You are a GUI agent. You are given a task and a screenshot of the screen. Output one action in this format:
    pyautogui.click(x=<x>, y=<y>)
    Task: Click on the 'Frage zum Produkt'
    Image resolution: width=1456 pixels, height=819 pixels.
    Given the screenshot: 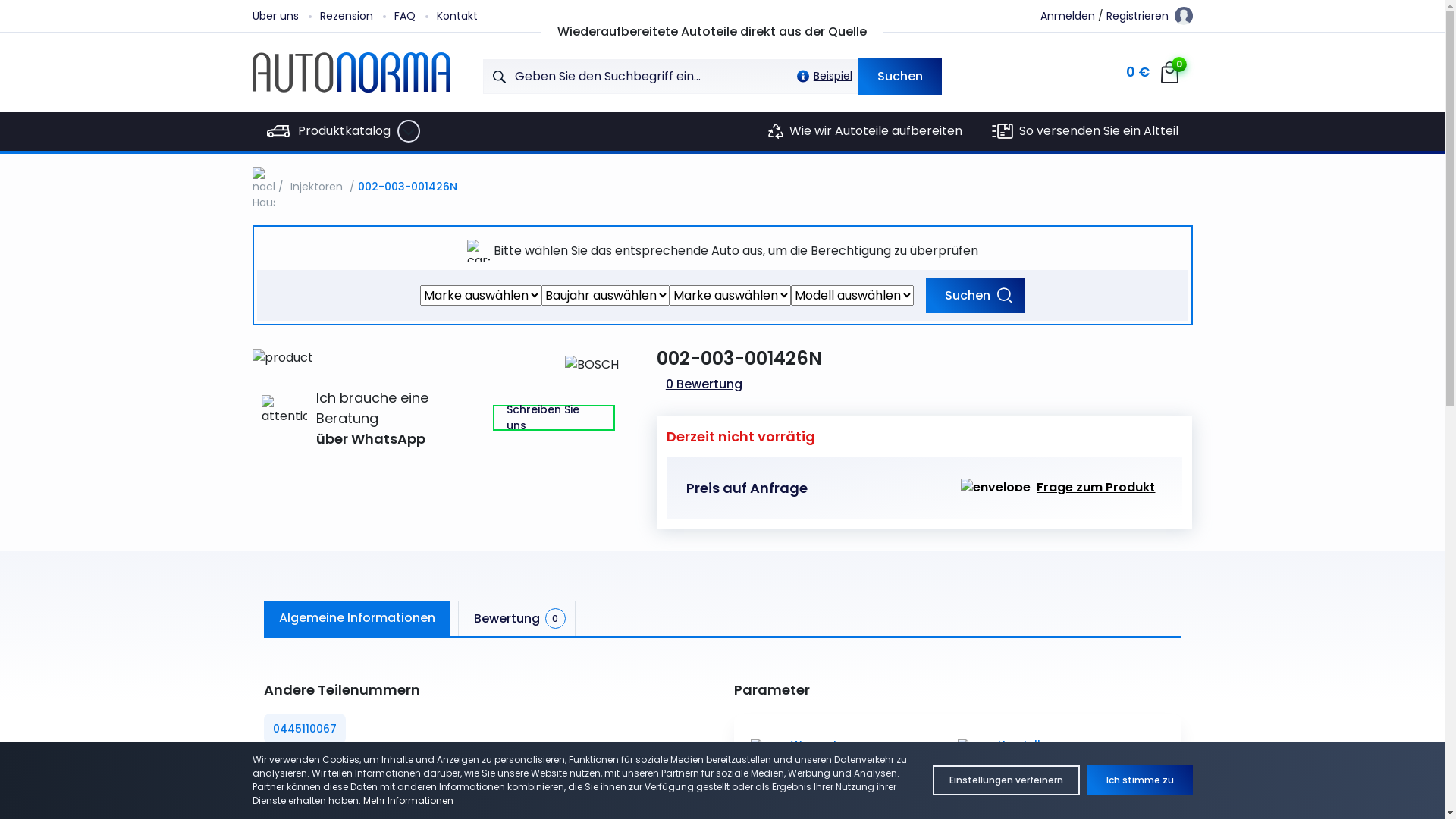 What is the action you would take?
    pyautogui.click(x=1057, y=488)
    